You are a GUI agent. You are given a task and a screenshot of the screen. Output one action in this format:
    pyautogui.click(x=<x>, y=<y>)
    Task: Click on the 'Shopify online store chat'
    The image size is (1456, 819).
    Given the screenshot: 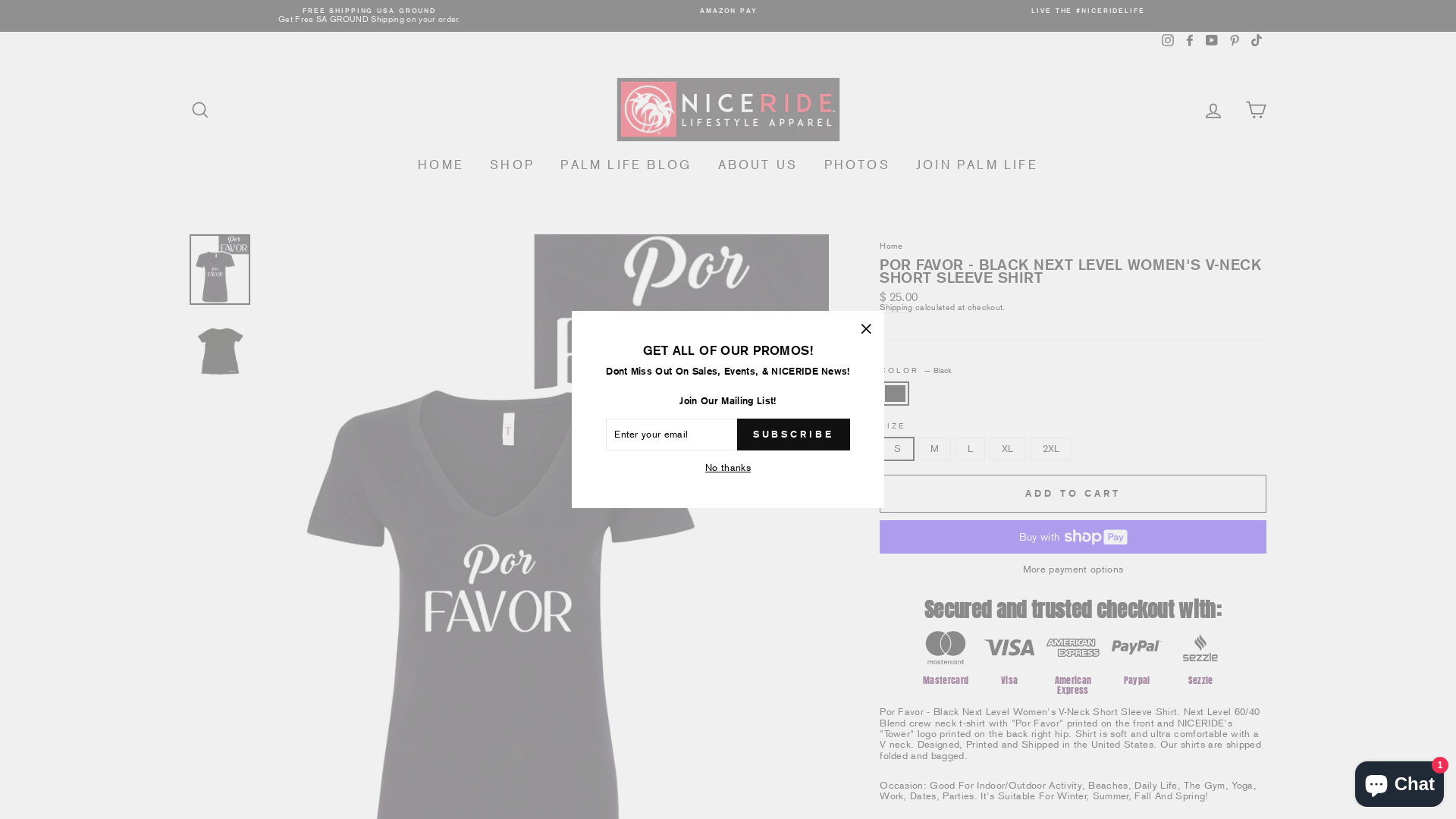 What is the action you would take?
    pyautogui.click(x=1398, y=780)
    